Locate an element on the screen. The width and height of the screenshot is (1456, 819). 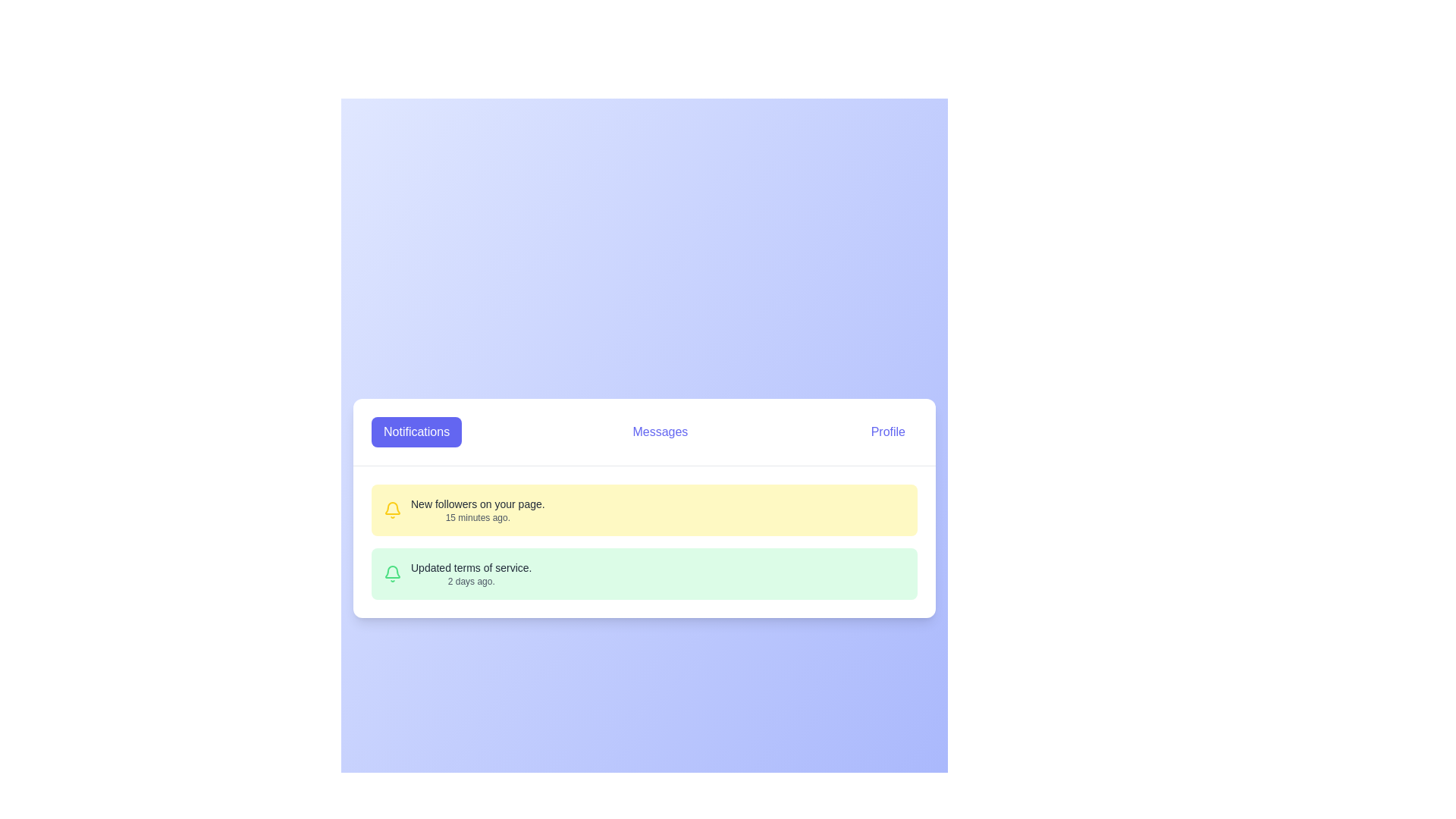
the right-aligned button in the navigation bar that serves as a link to the profile page is located at coordinates (888, 431).